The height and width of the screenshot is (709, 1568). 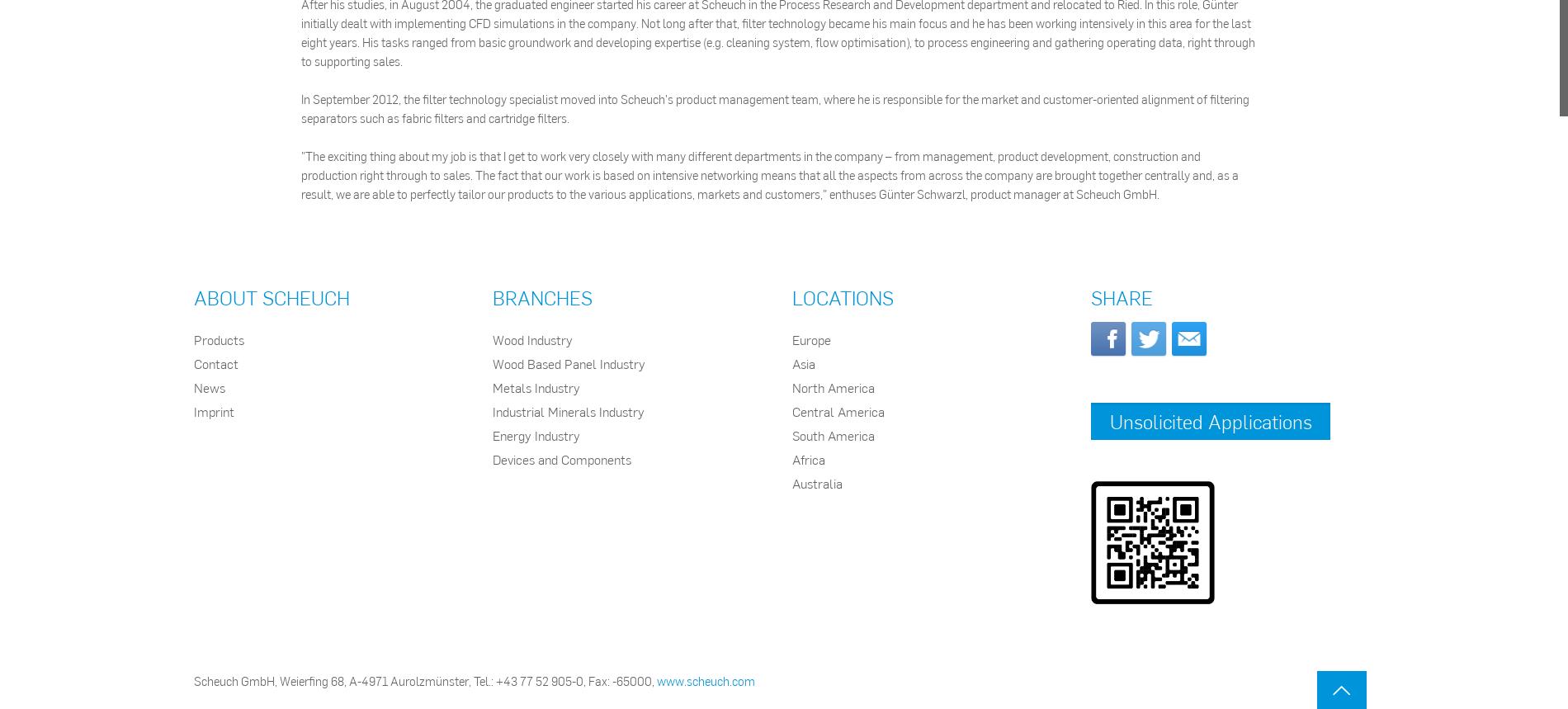 What do you see at coordinates (492, 434) in the screenshot?
I see `'Energy Industry'` at bounding box center [492, 434].